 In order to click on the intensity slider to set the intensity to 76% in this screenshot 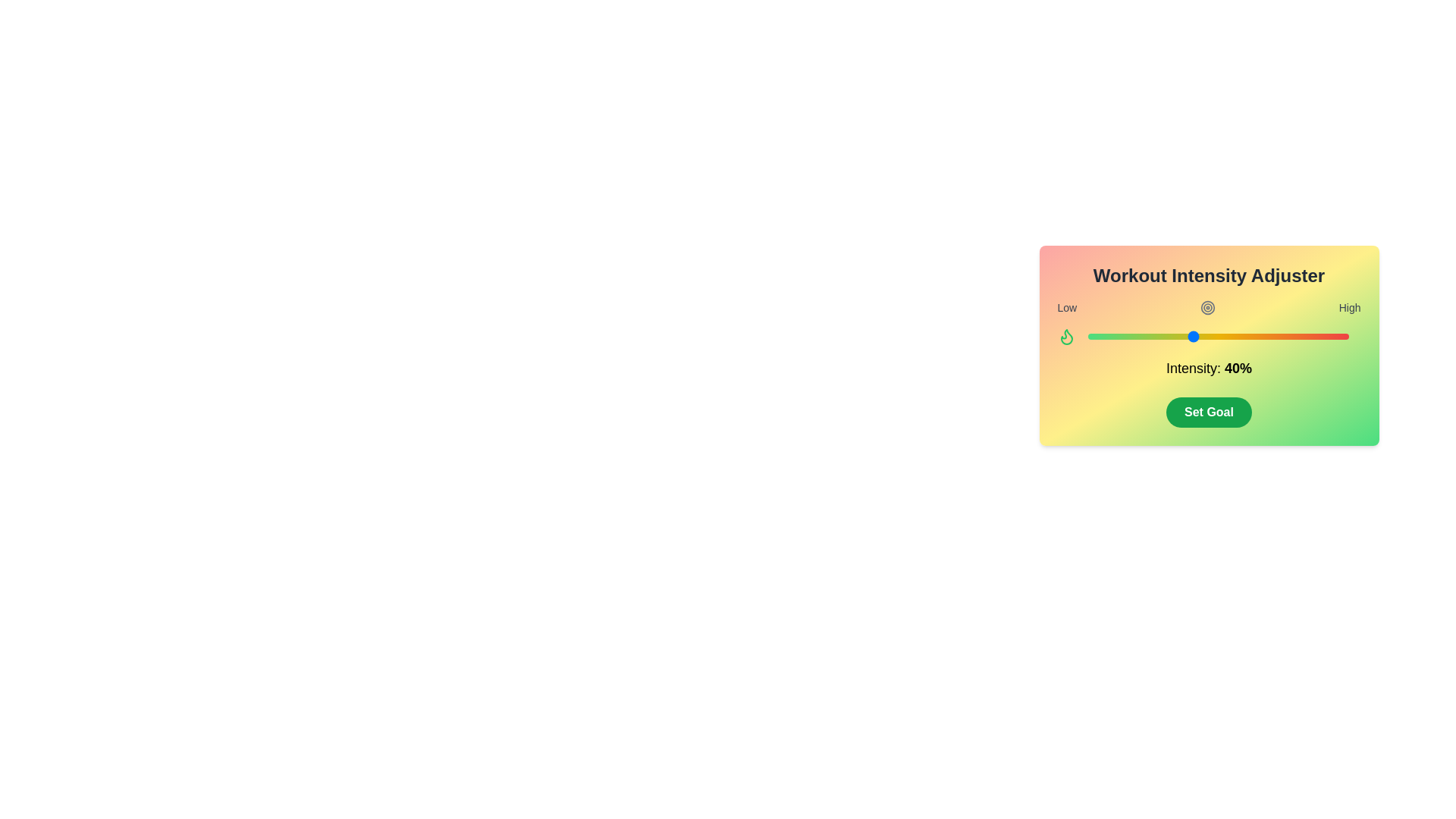, I will do `click(1285, 335)`.